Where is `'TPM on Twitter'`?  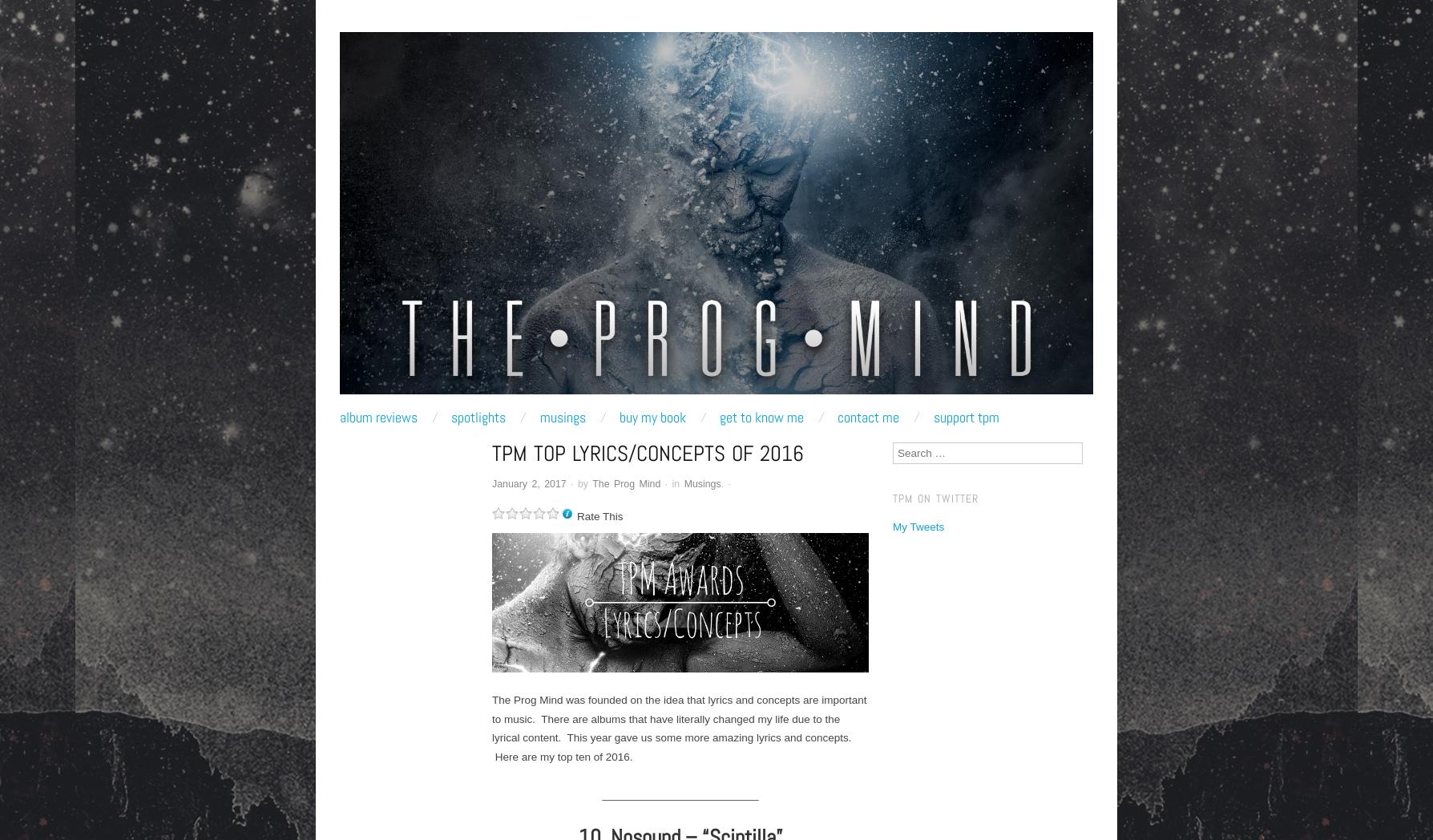 'TPM on Twitter' is located at coordinates (892, 497).